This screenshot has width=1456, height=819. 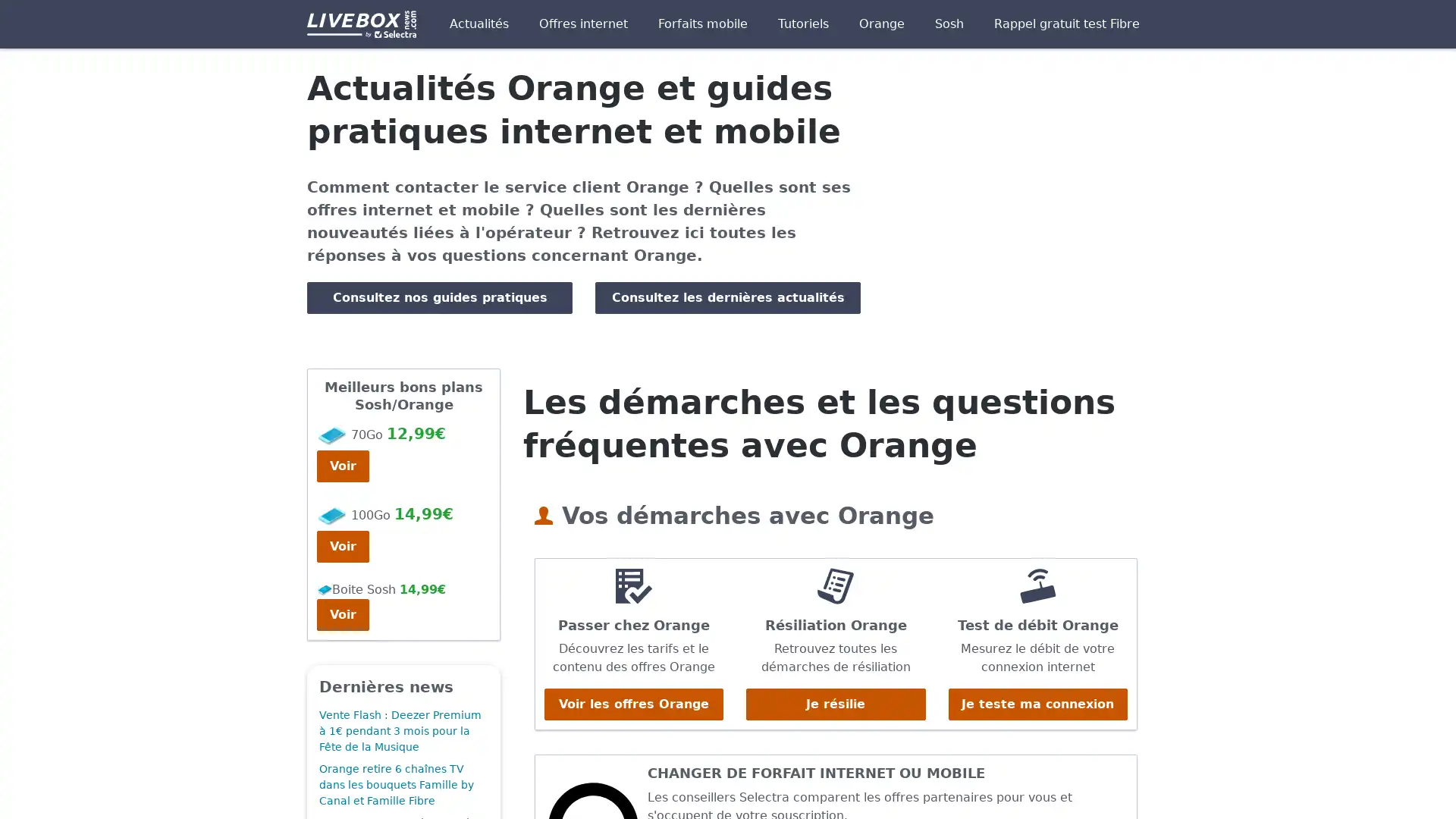 What do you see at coordinates (728, 297) in the screenshot?
I see `Consultez les dernieres actualites` at bounding box center [728, 297].